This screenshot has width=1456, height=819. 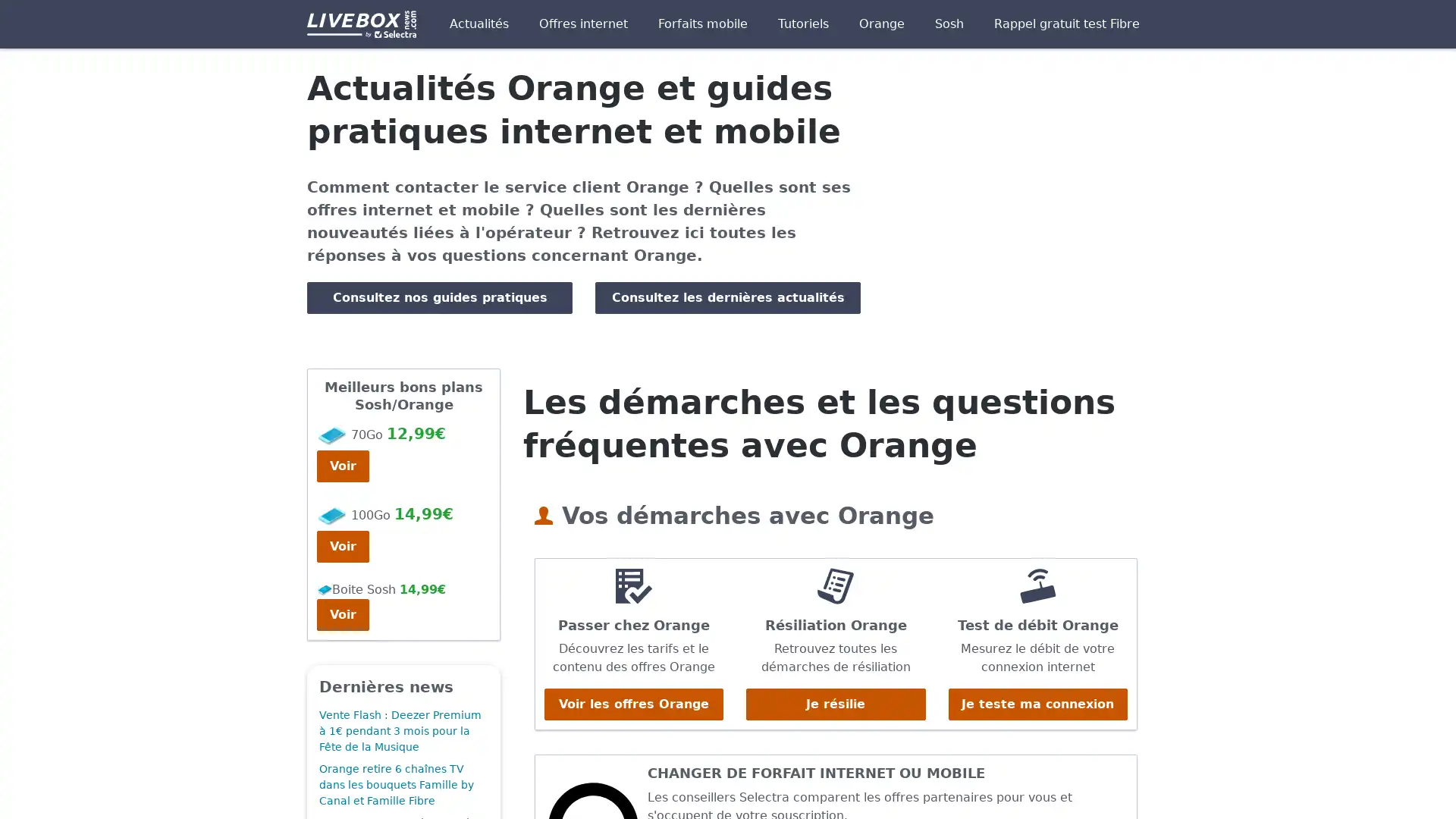 What do you see at coordinates (728, 297) in the screenshot?
I see `Consultez les dernieres actualites` at bounding box center [728, 297].